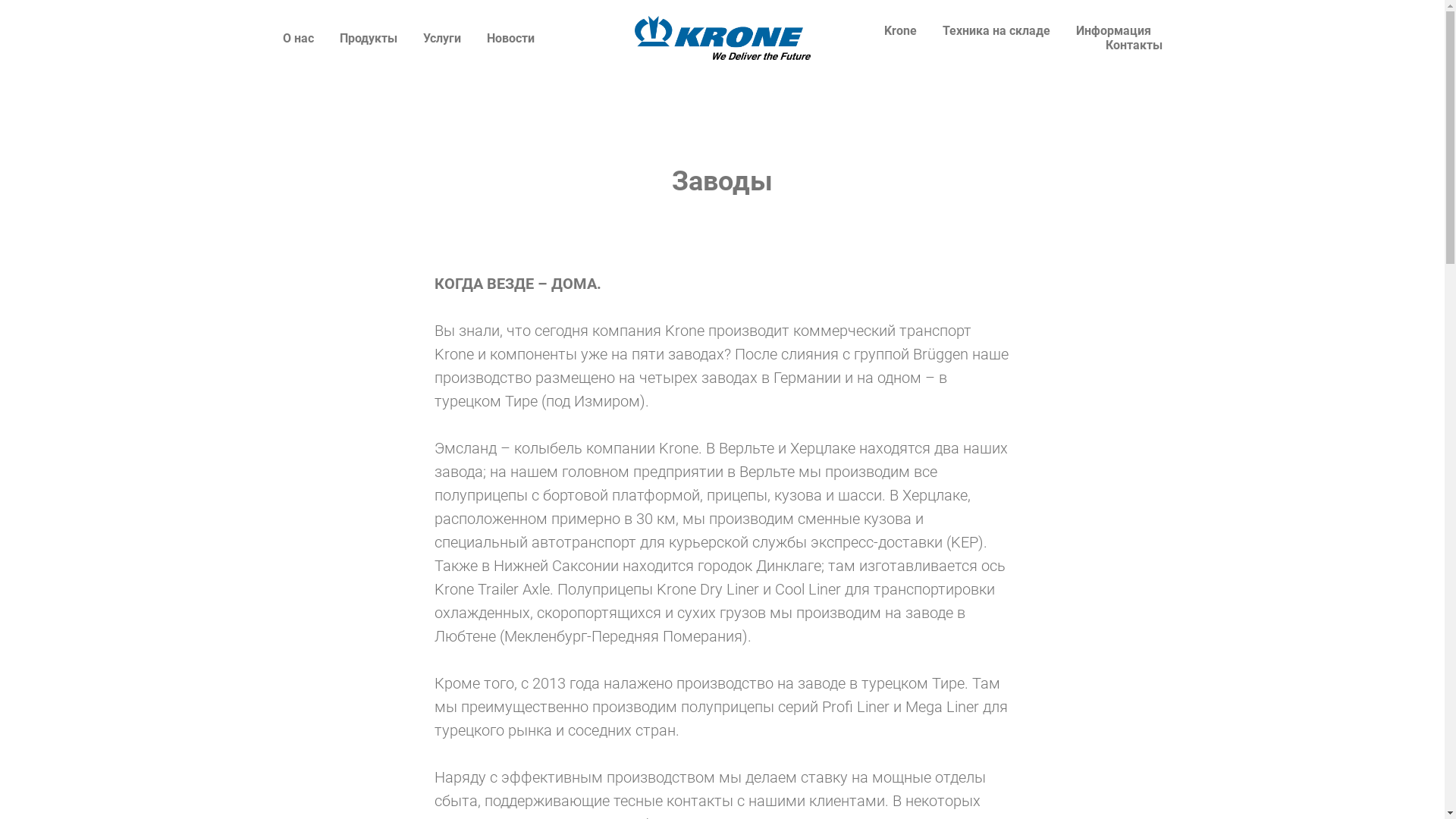  Describe the element at coordinates (884, 30) in the screenshot. I see `'Krone'` at that location.